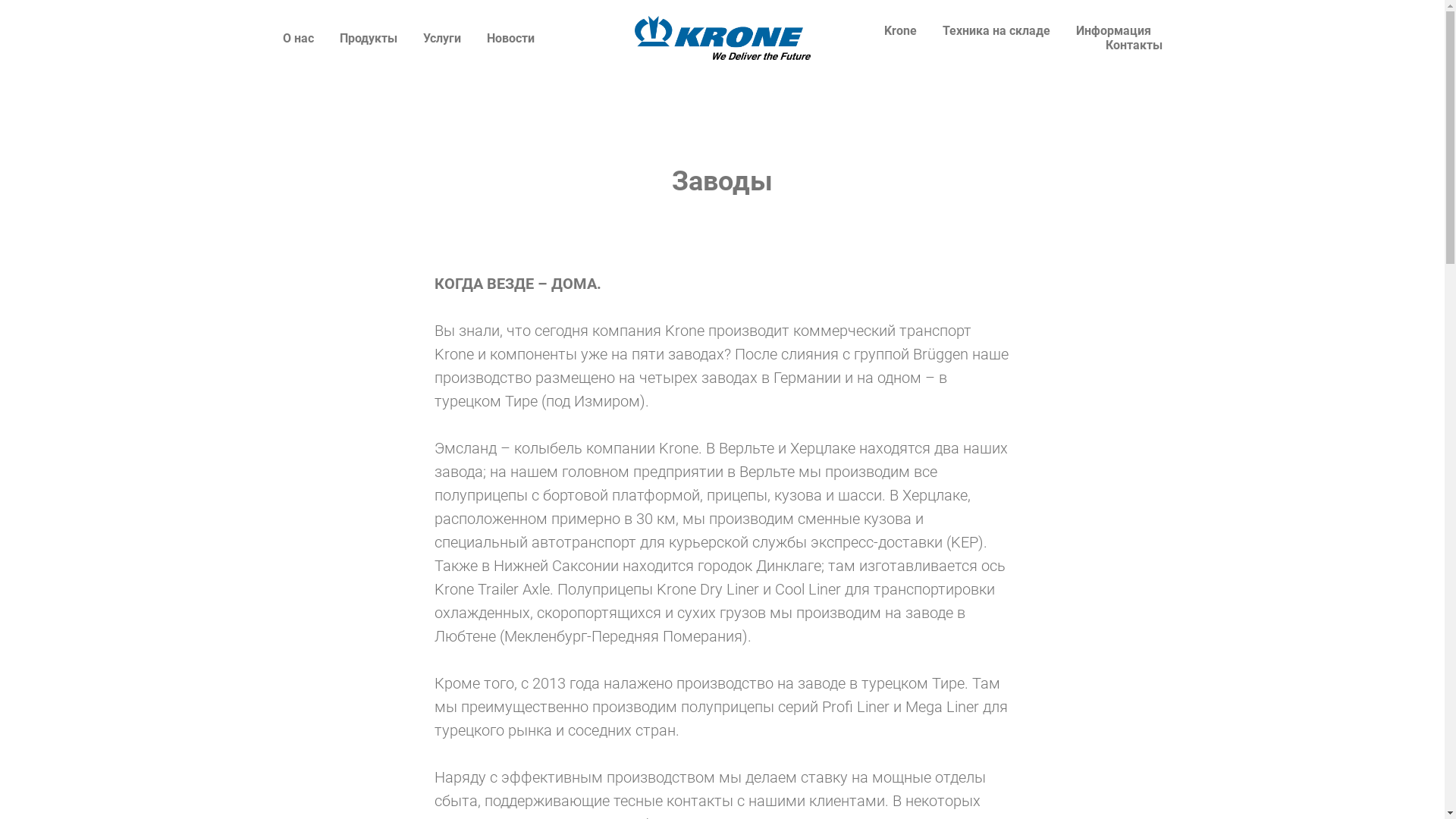  Describe the element at coordinates (884, 30) in the screenshot. I see `'Krone'` at that location.